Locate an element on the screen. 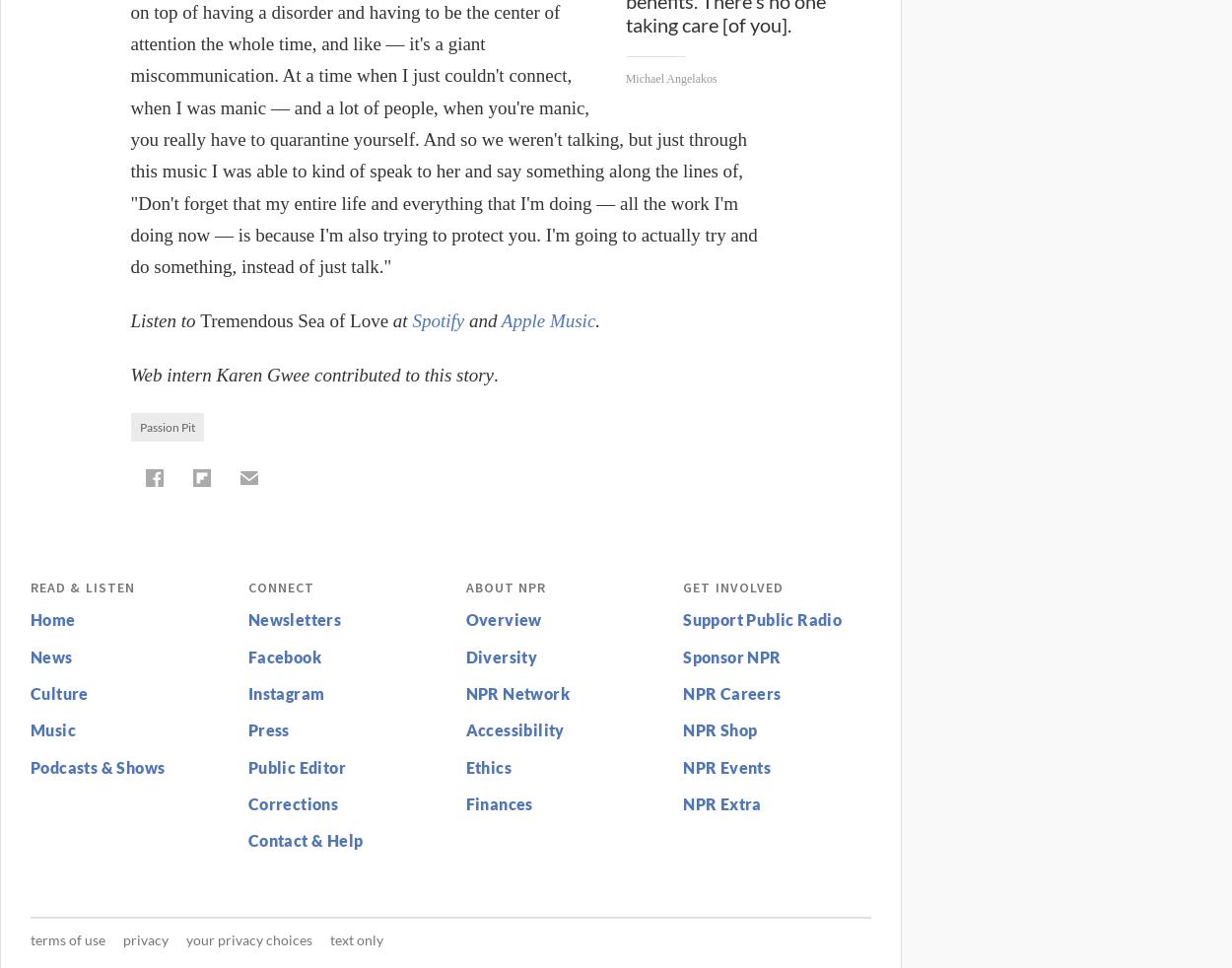 This screenshot has width=1232, height=968. 'Home' is located at coordinates (52, 618).